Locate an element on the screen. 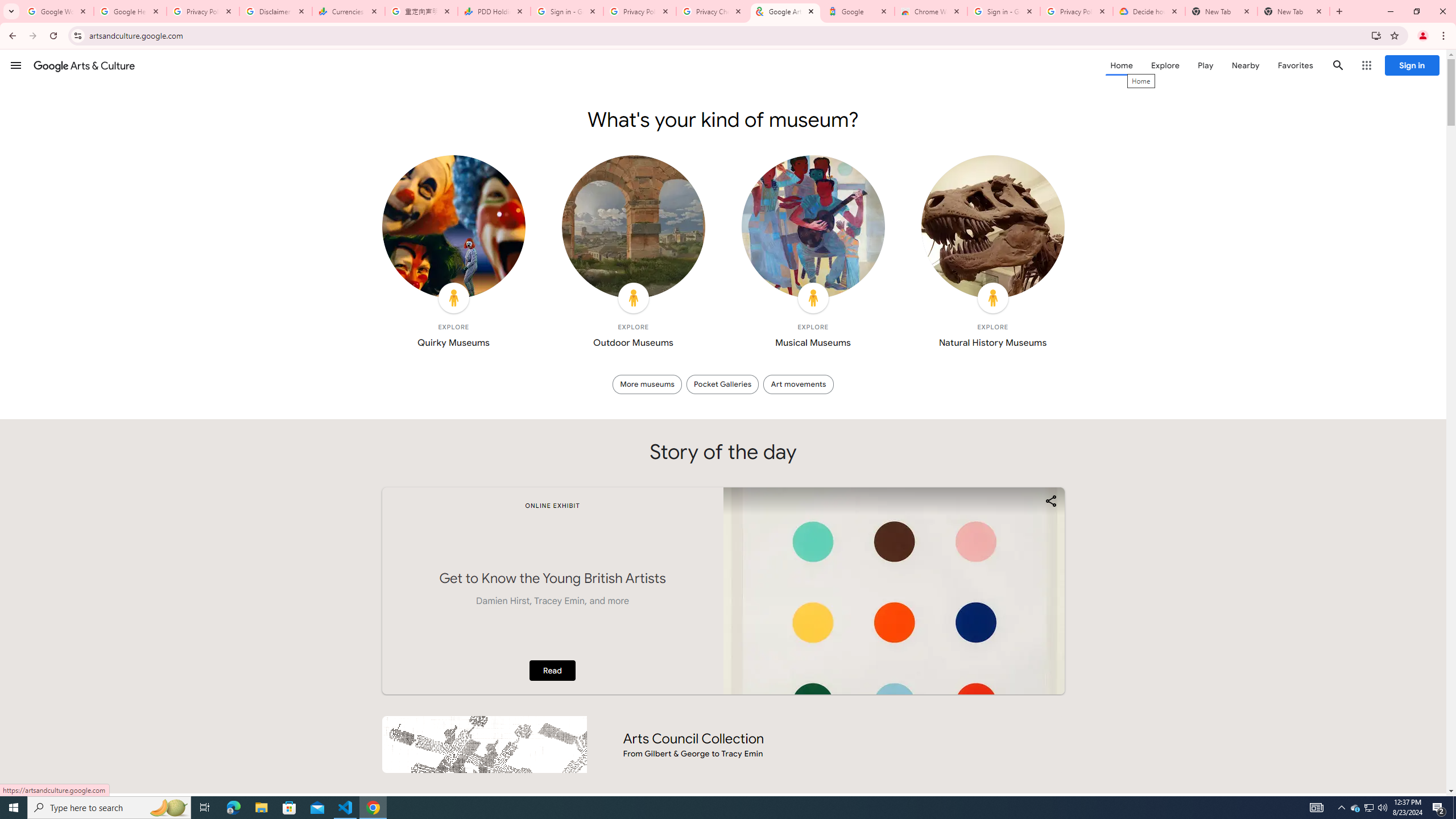 This screenshot has height=819, width=1456. 'PDD Holdings Inc - ADR (PDD) Price & News - Google Finance' is located at coordinates (494, 11).